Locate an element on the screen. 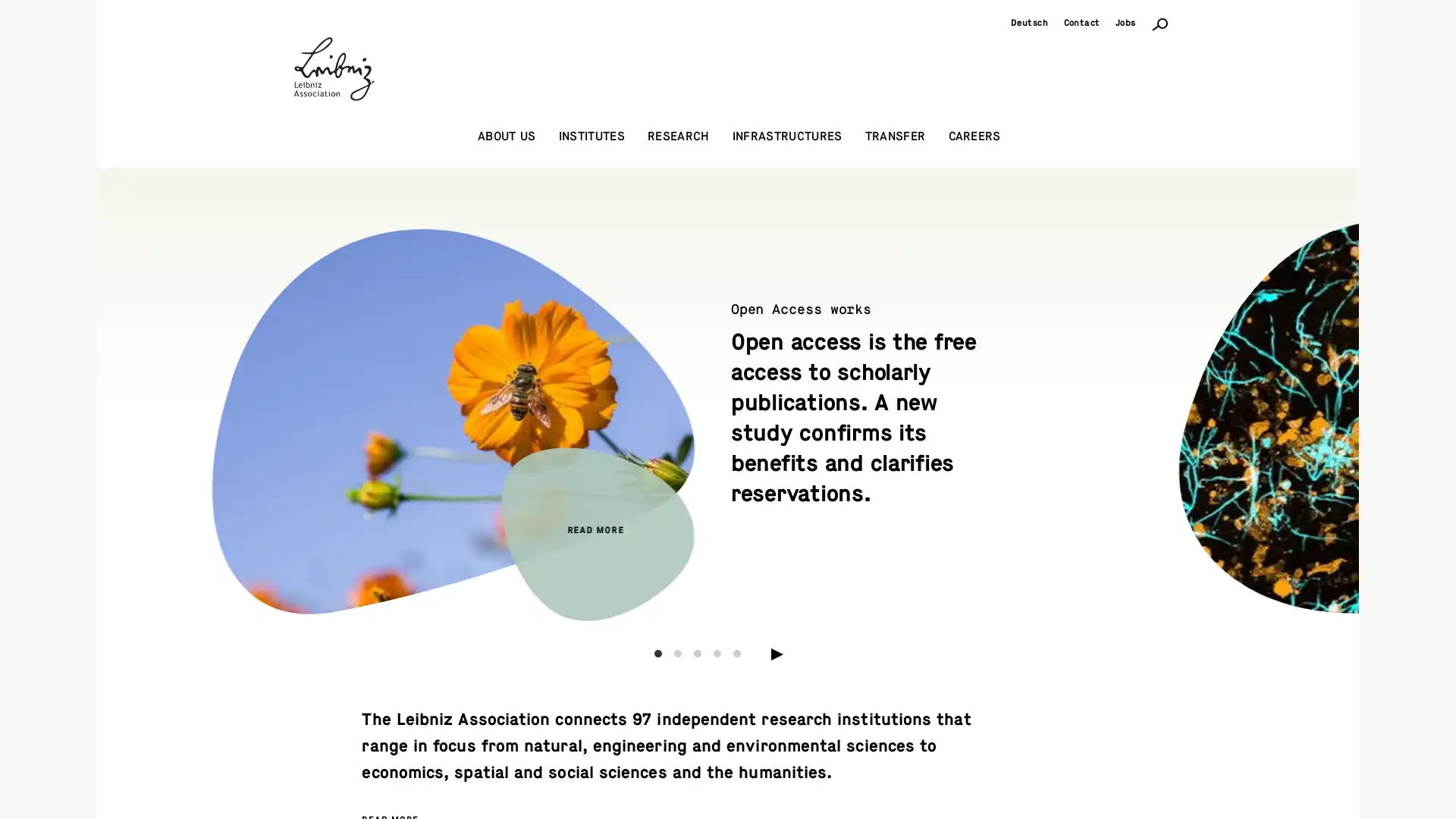 Image resolution: width=1456 pixels, height=819 pixels. CAREERS is located at coordinates (974, 136).